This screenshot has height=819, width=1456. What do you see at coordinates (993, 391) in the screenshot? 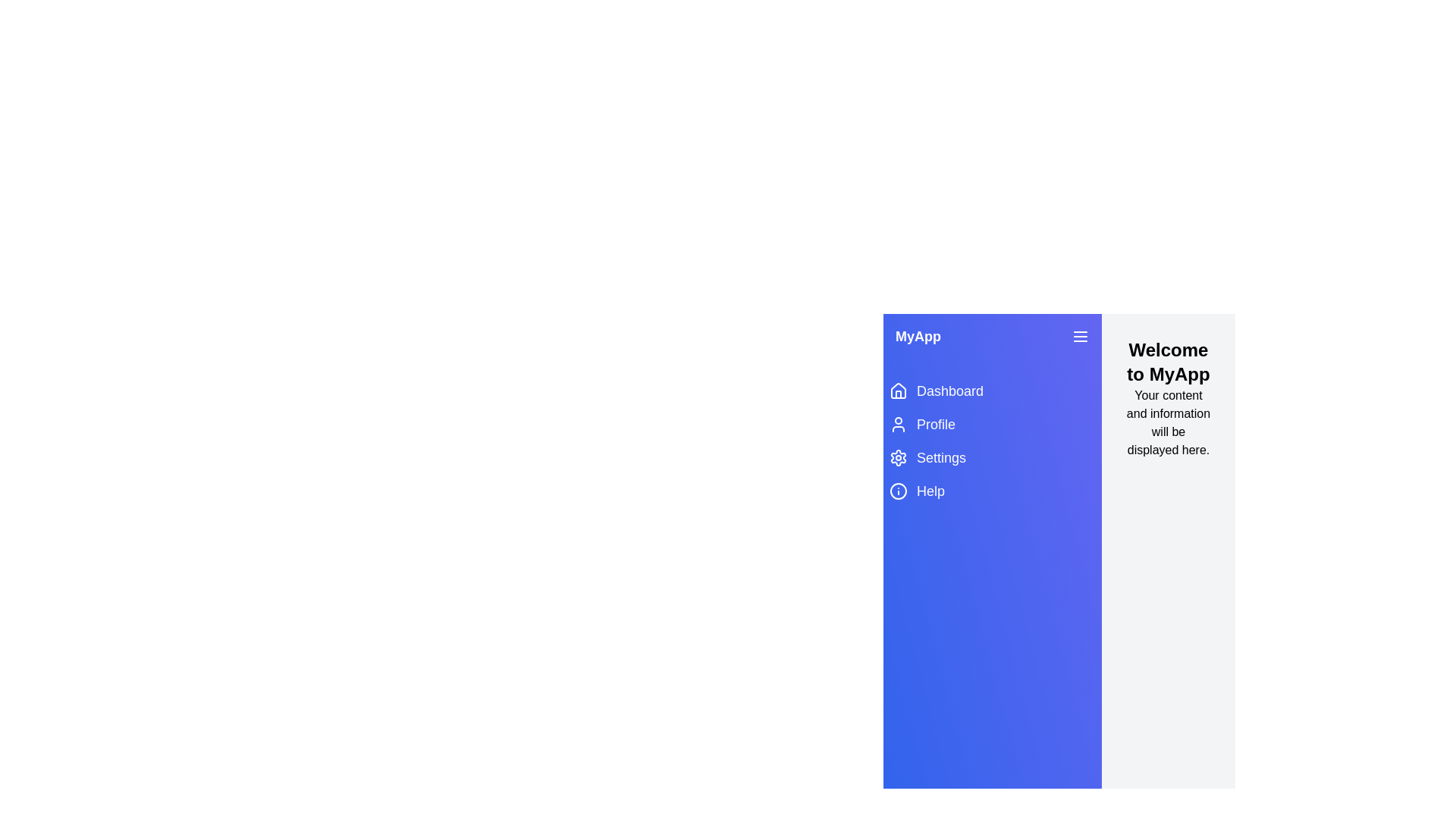
I see `the menu item labeled Dashboard` at bounding box center [993, 391].